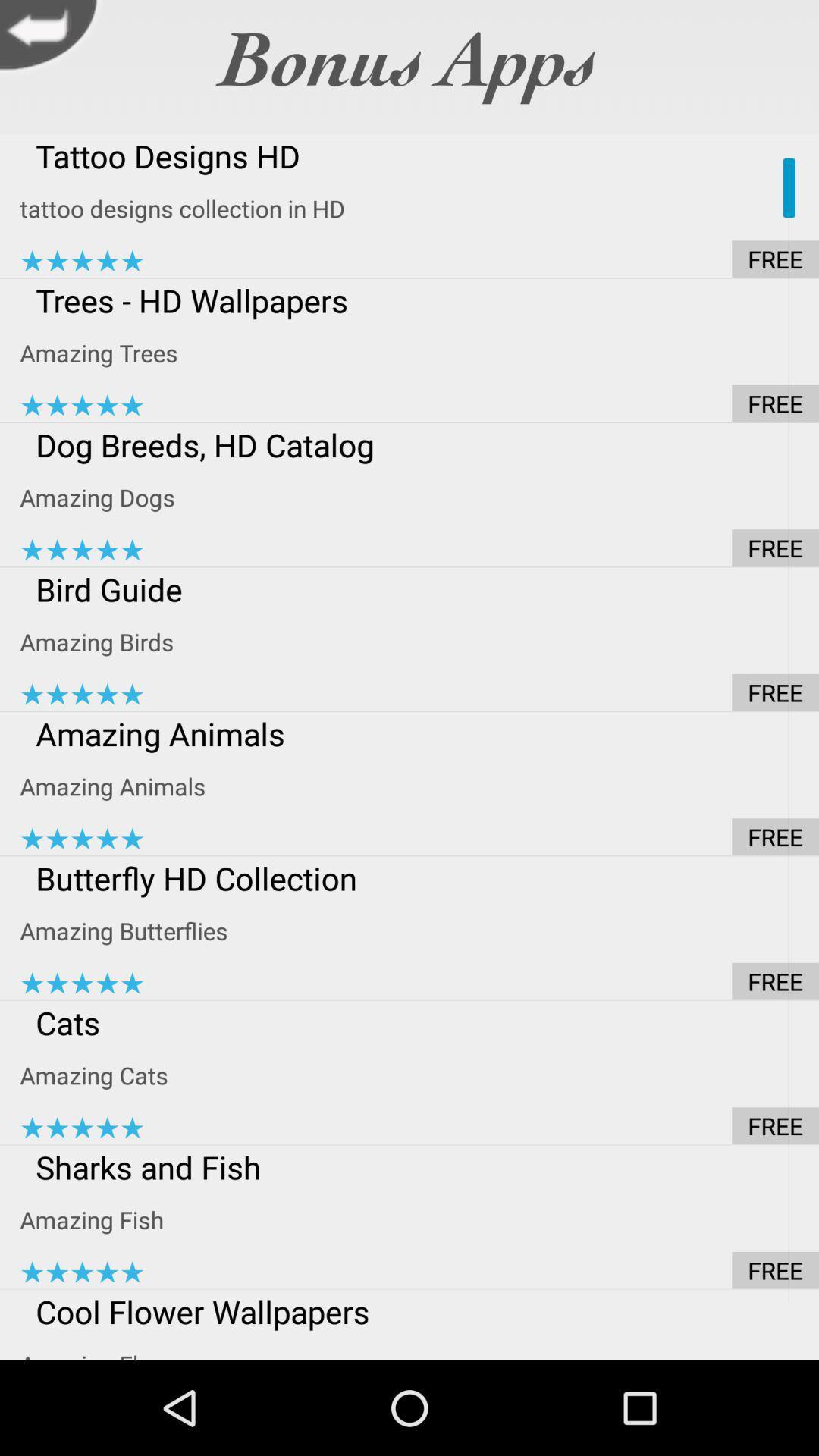 Image resolution: width=819 pixels, height=1456 pixels. I want to click on the app above the amazing trees, so click(419, 300).